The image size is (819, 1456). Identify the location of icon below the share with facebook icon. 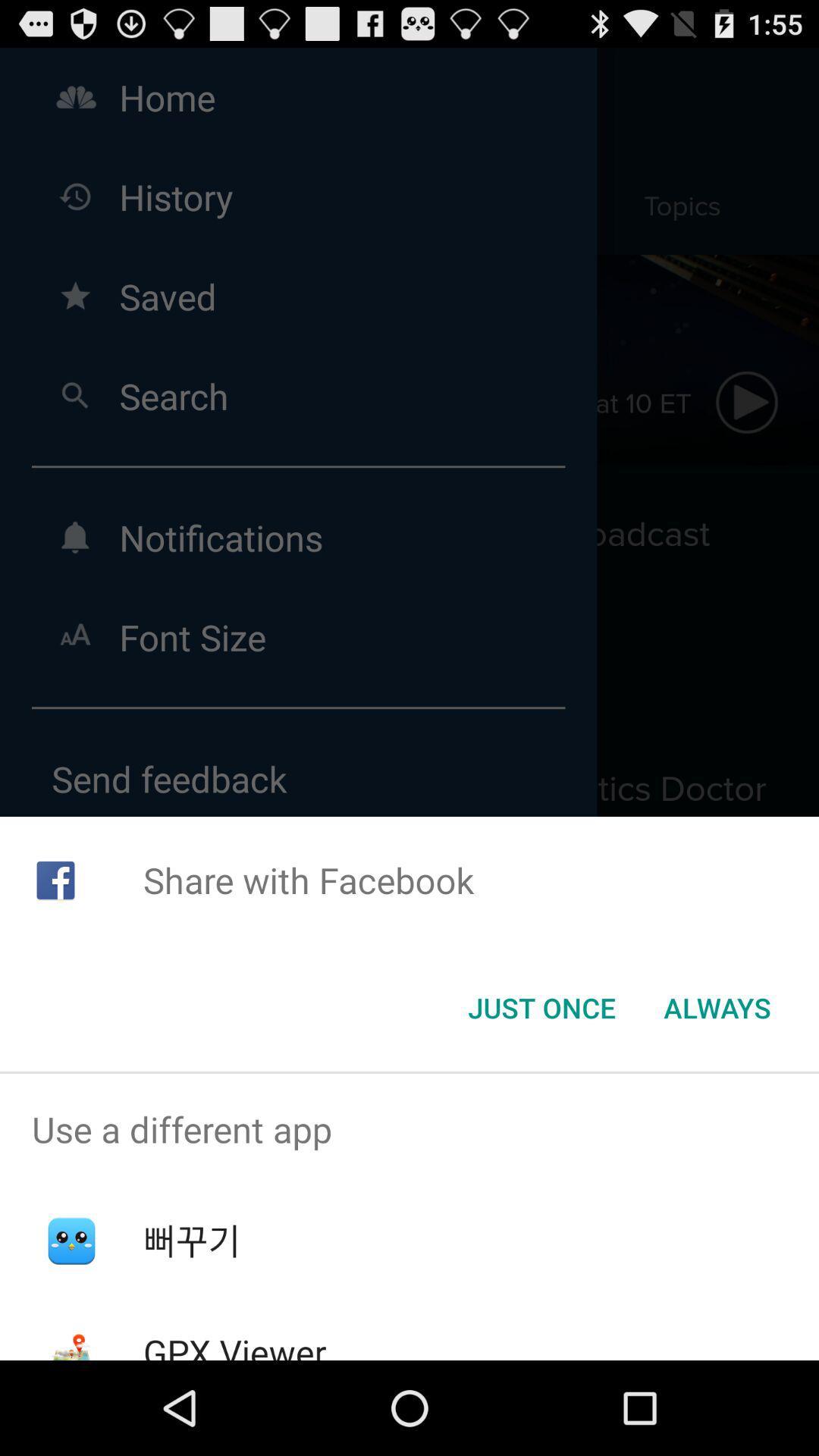
(717, 1008).